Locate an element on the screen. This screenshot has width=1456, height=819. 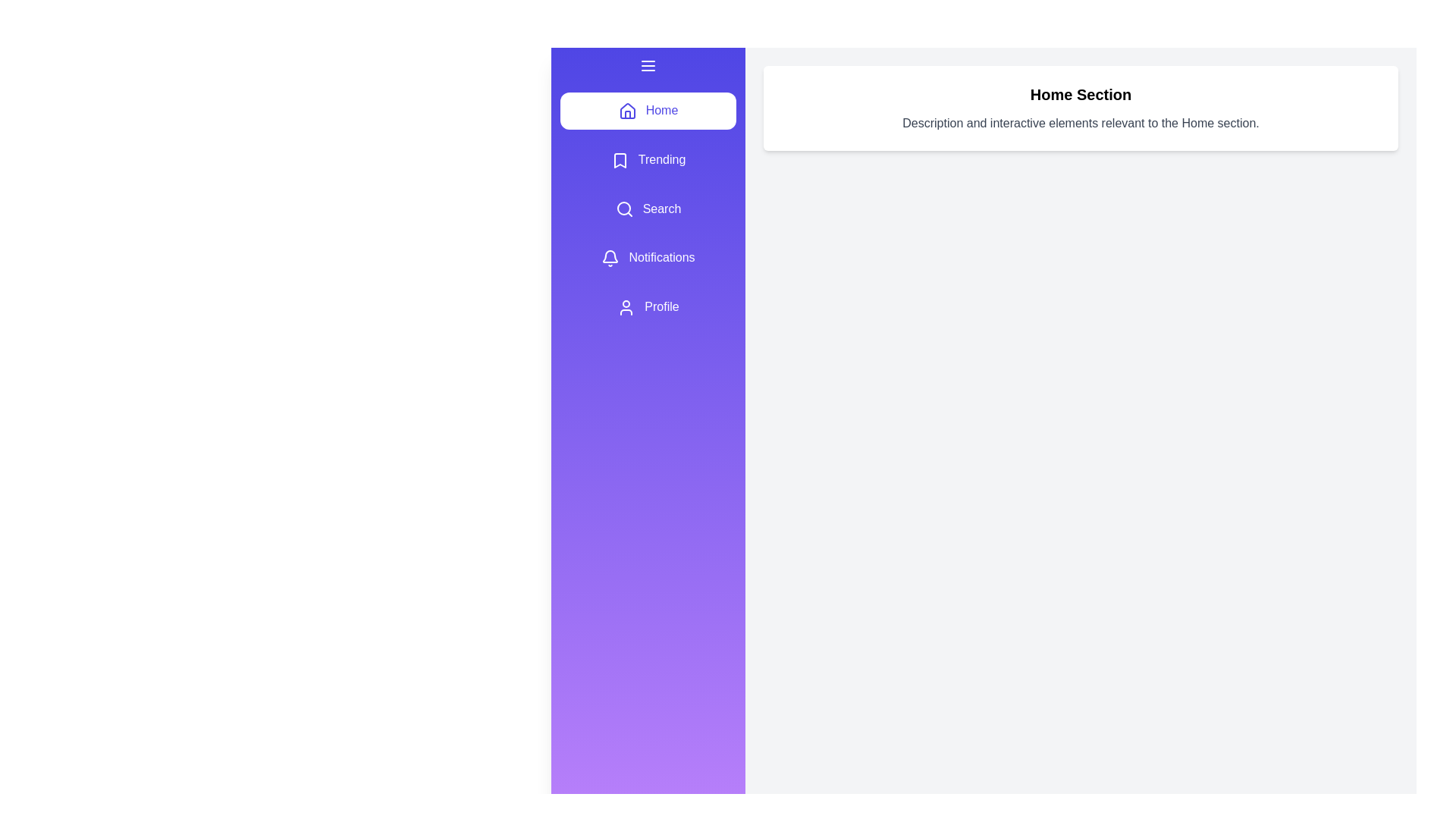
the navigation option Search by clicking on it is located at coordinates (648, 209).